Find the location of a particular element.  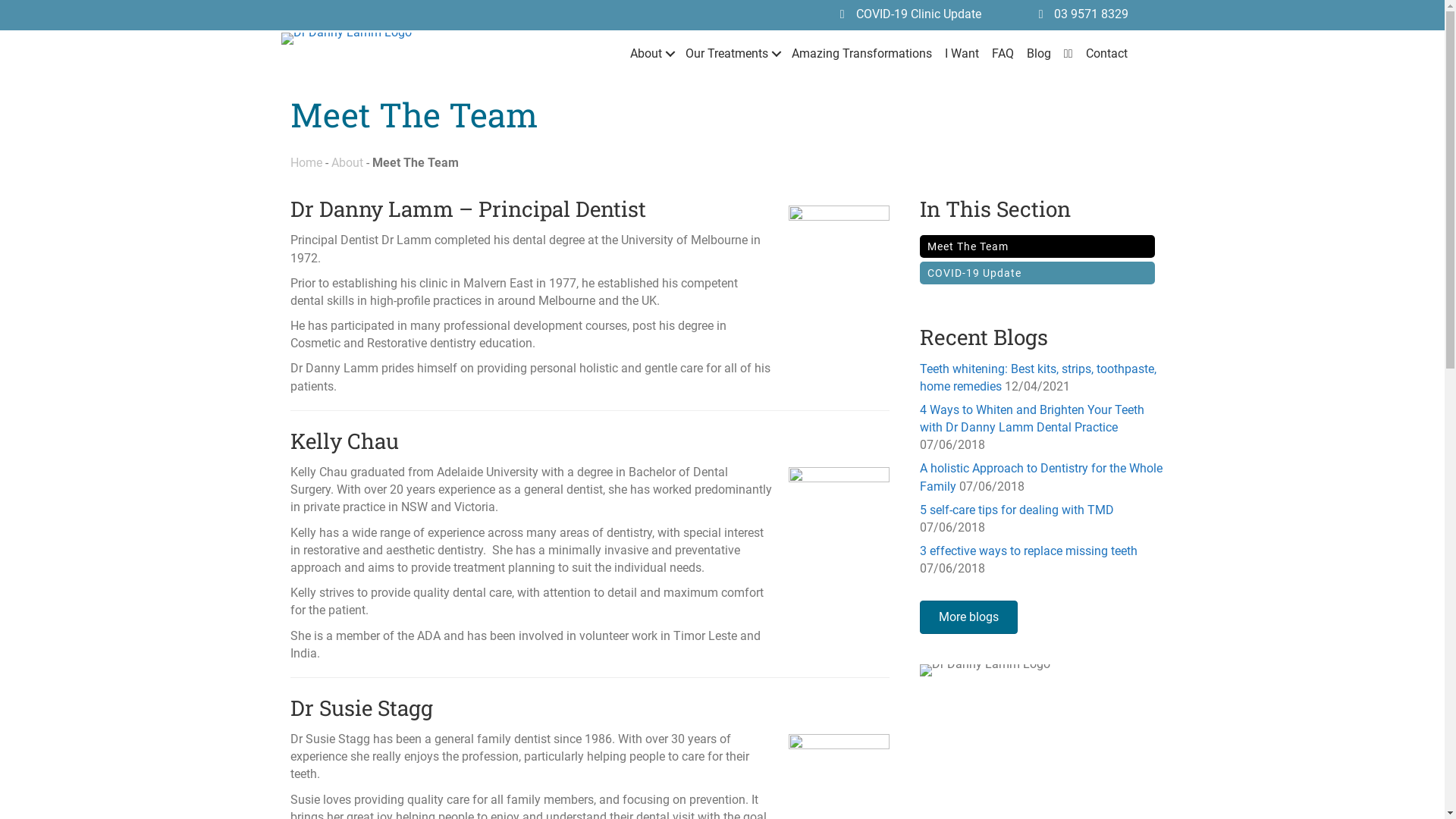

'03 9571 8329' is located at coordinates (1090, 14).